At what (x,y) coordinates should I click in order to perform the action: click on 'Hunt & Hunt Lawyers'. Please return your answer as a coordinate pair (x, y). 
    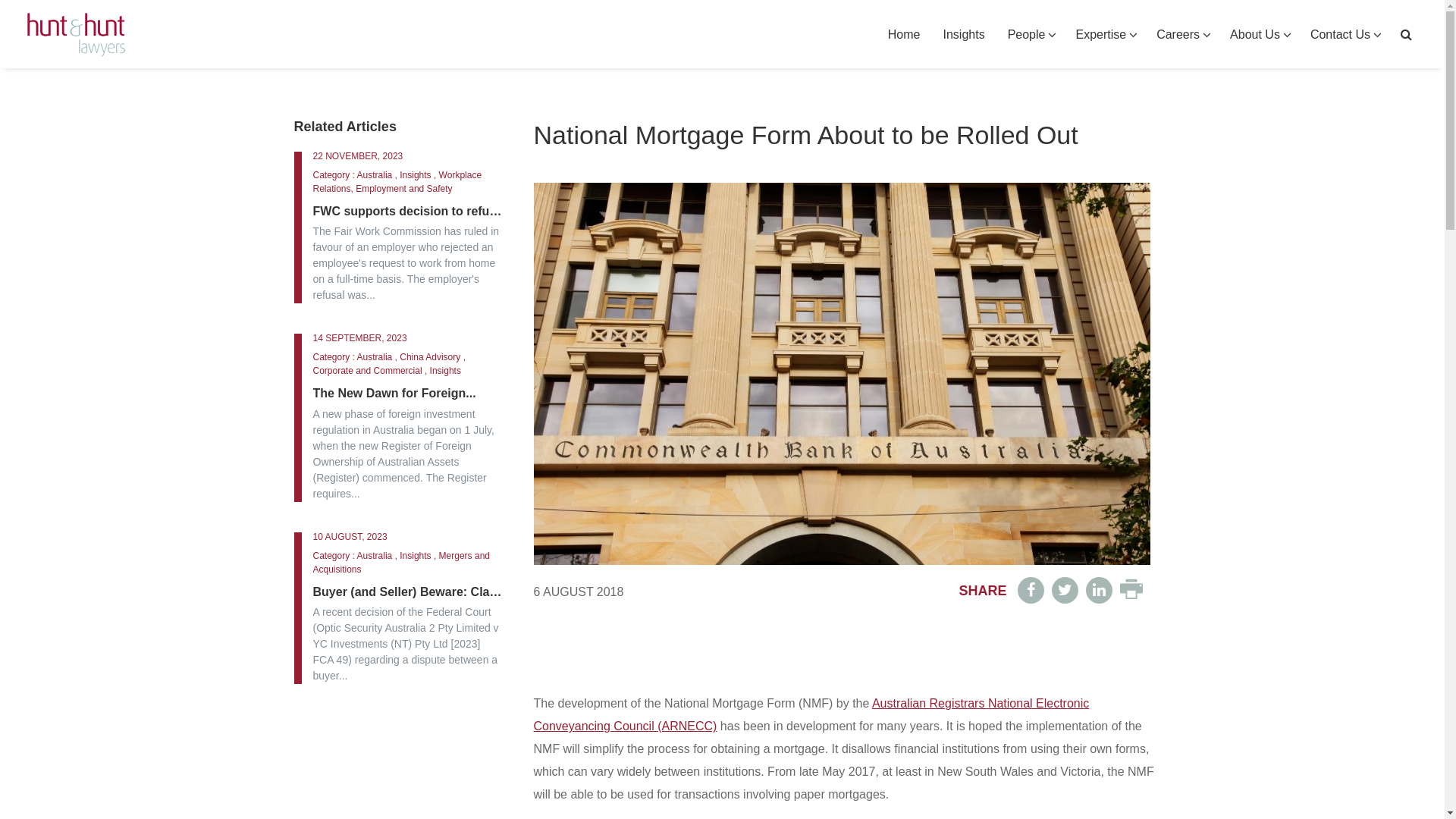
    Looking at the image, I should click on (75, 34).